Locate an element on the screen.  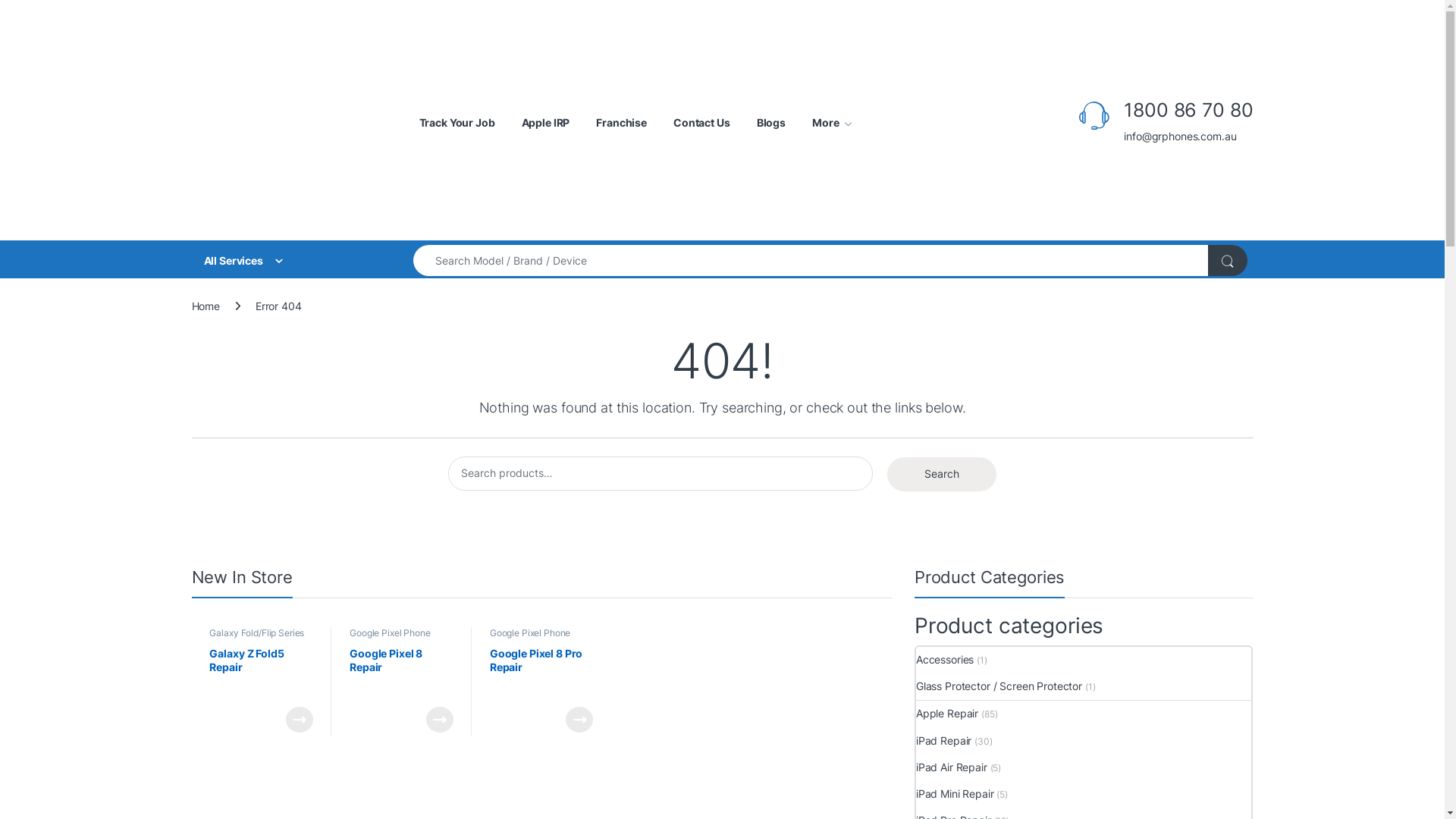
'Galaxy Fold/Flip Series Repair' is located at coordinates (256, 637).